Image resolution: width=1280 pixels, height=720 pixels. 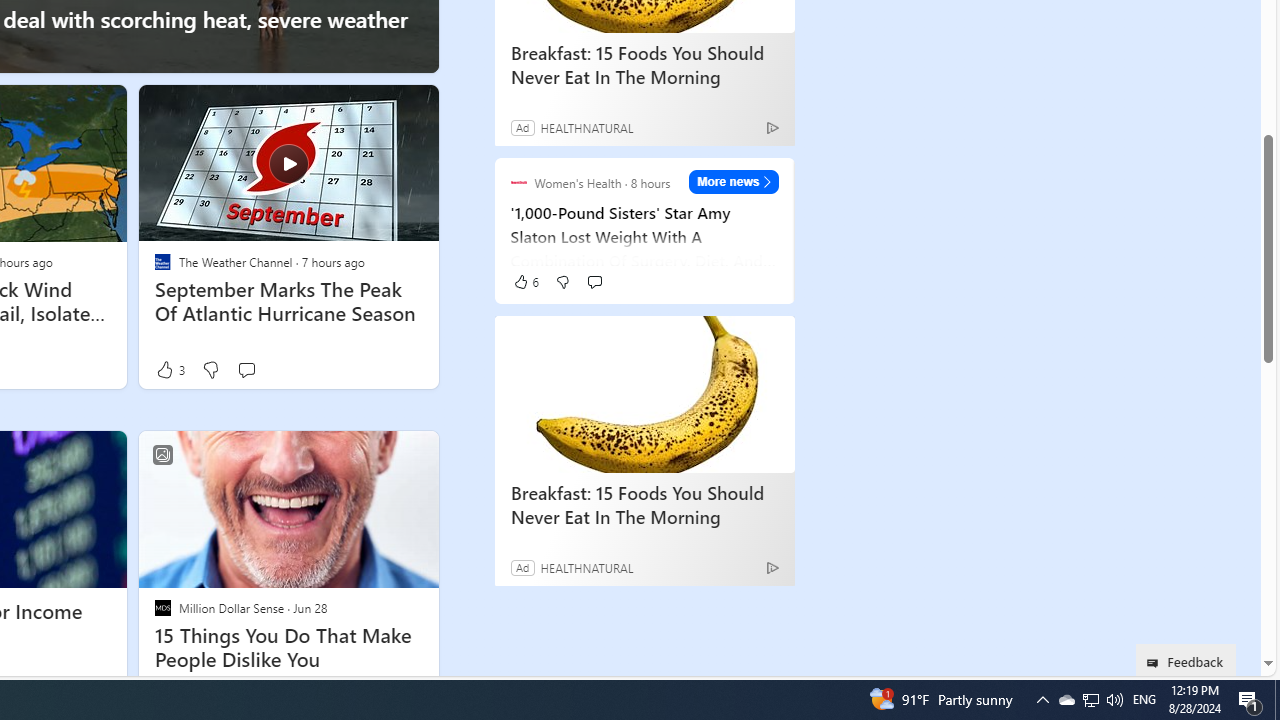 What do you see at coordinates (162, 261) in the screenshot?
I see `'The Weather Channel'` at bounding box center [162, 261].